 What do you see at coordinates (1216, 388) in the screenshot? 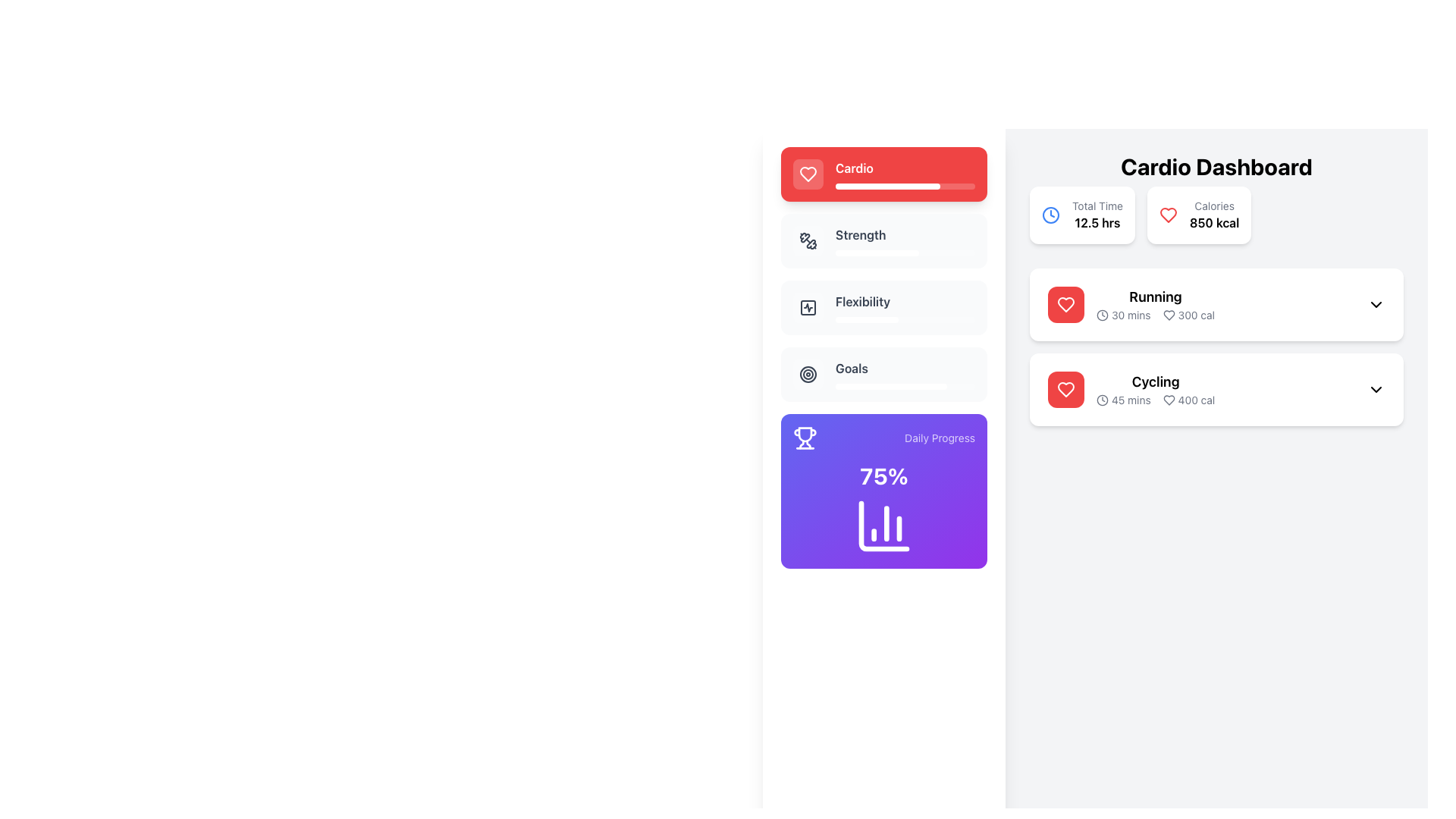
I see `the card component displaying 'Cycling'` at bounding box center [1216, 388].